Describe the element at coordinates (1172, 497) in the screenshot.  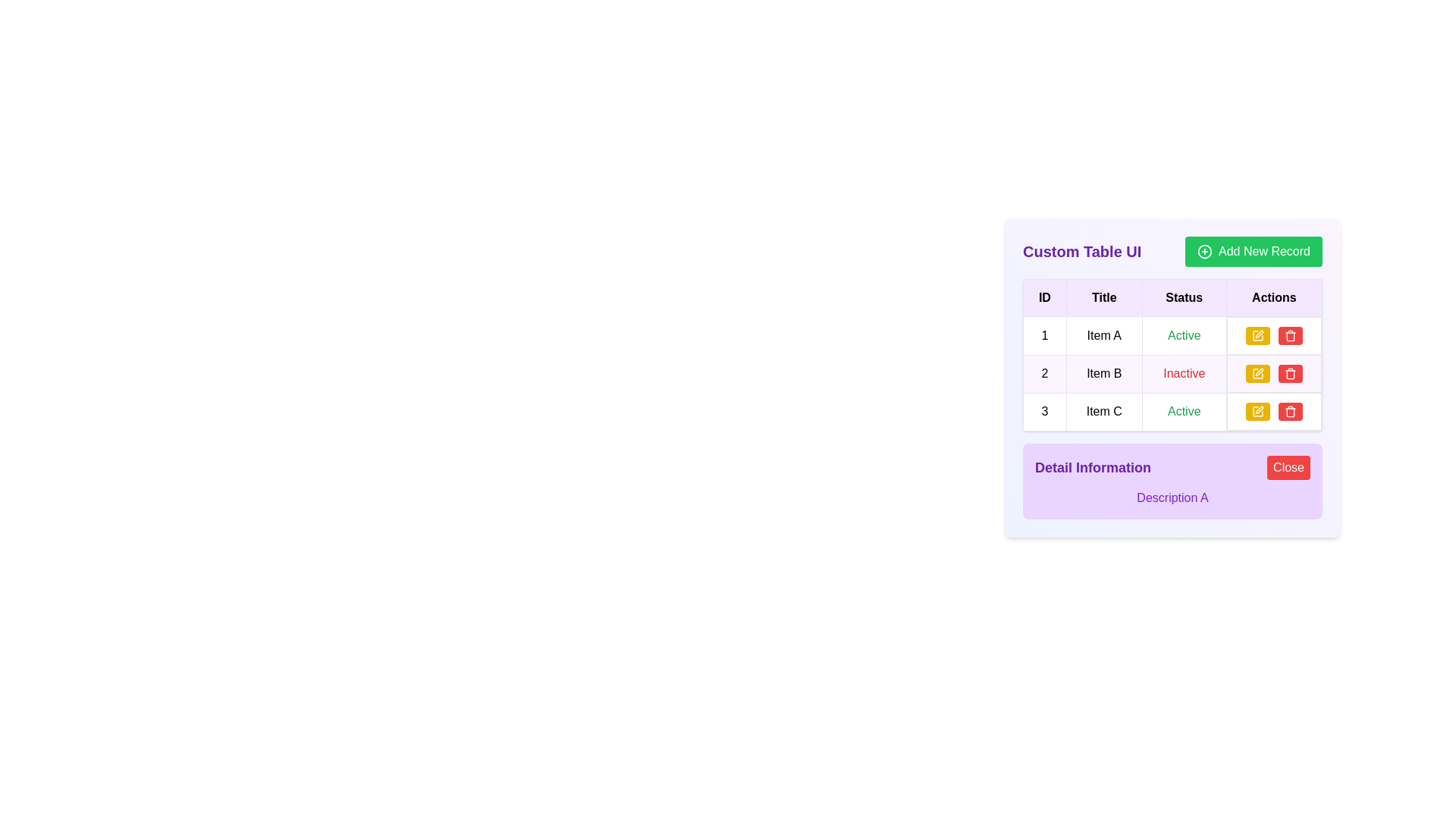
I see `the text label displaying 'Description A' located in the 'Detail Information' section below the heading and 'Close' button` at that location.